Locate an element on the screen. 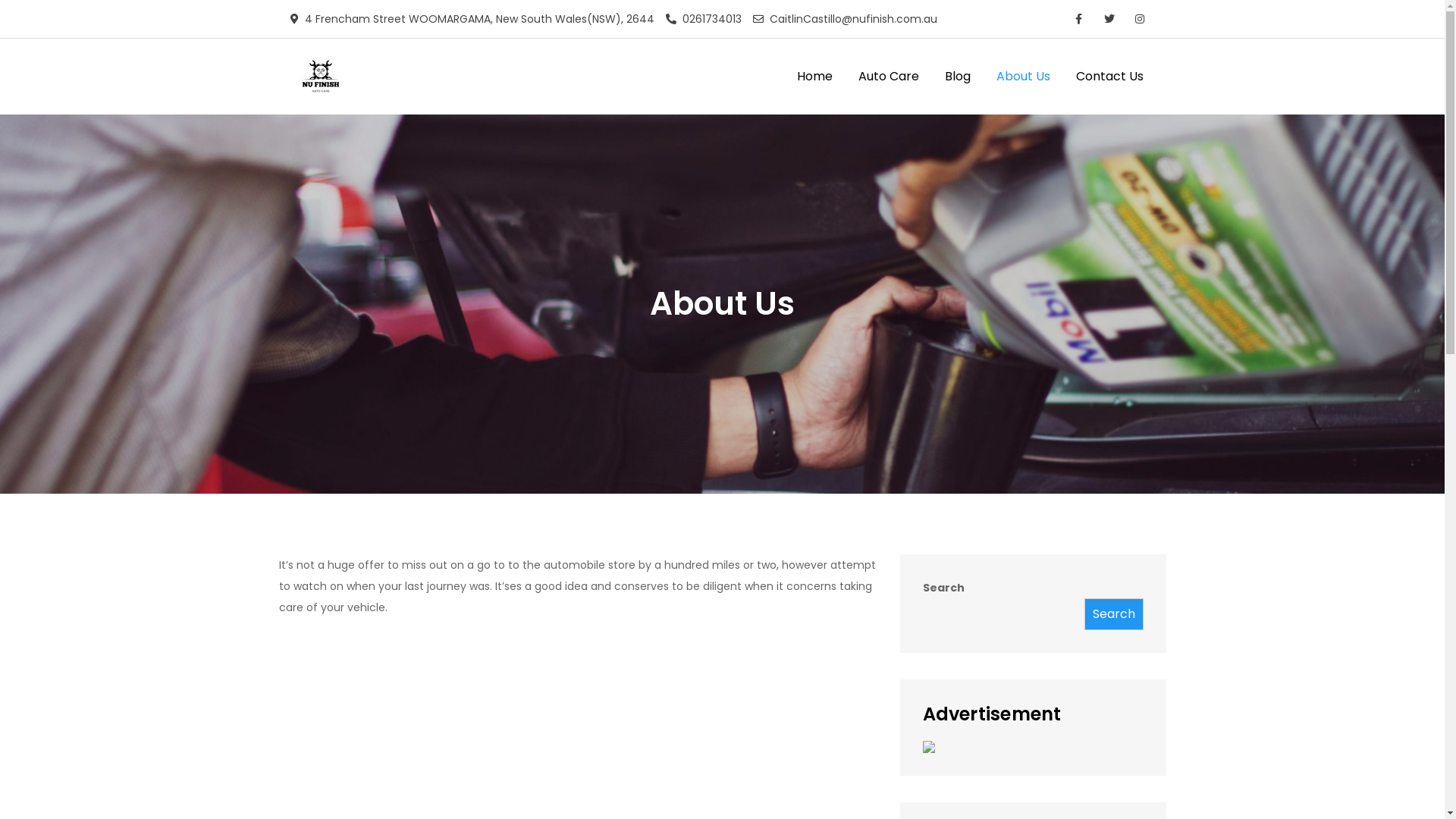 The height and width of the screenshot is (819, 1456). 'About Us' is located at coordinates (1022, 76).